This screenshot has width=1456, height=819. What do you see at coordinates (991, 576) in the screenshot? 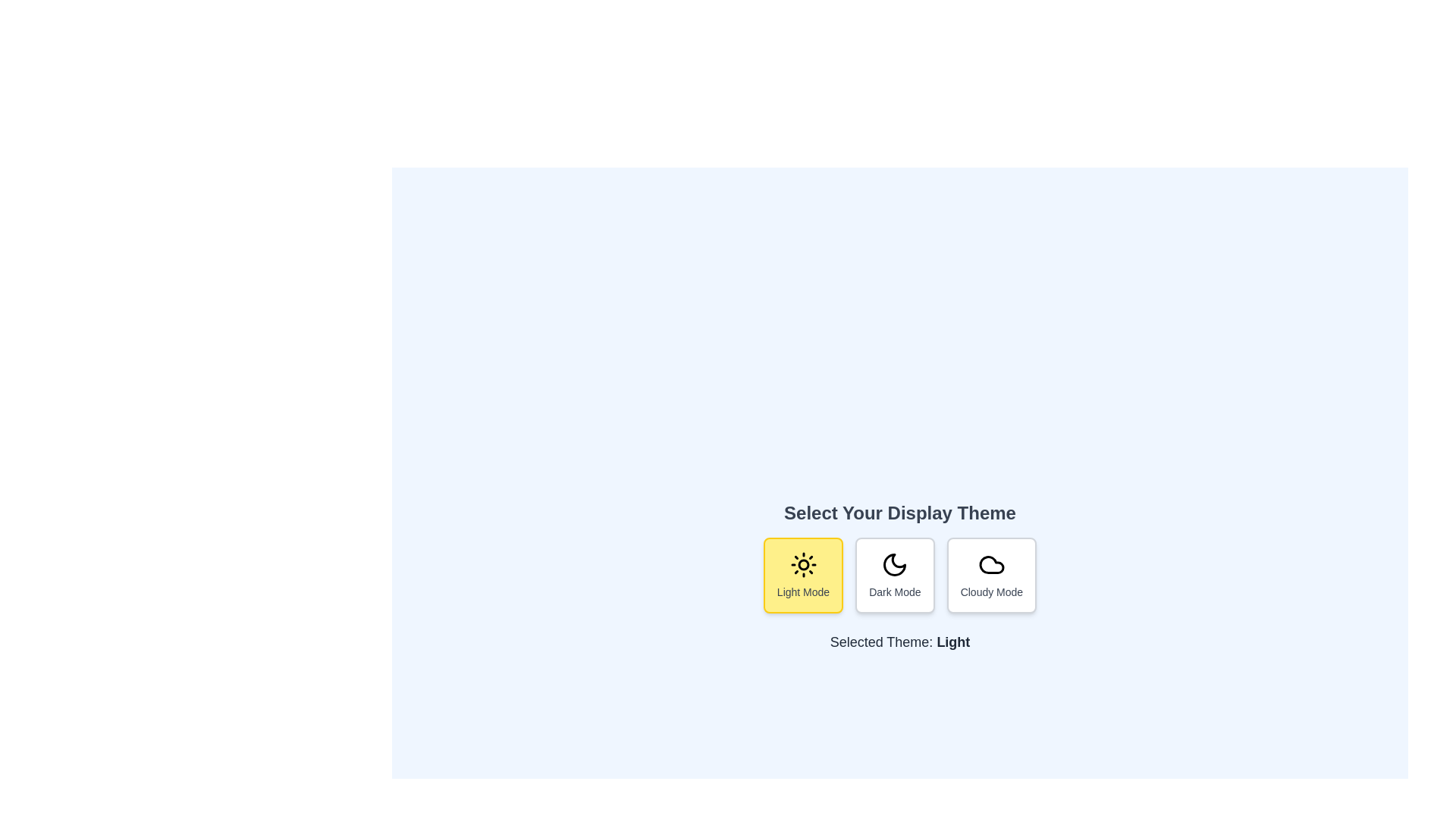
I see `the button corresponding to Cloudy Mode mode` at bounding box center [991, 576].